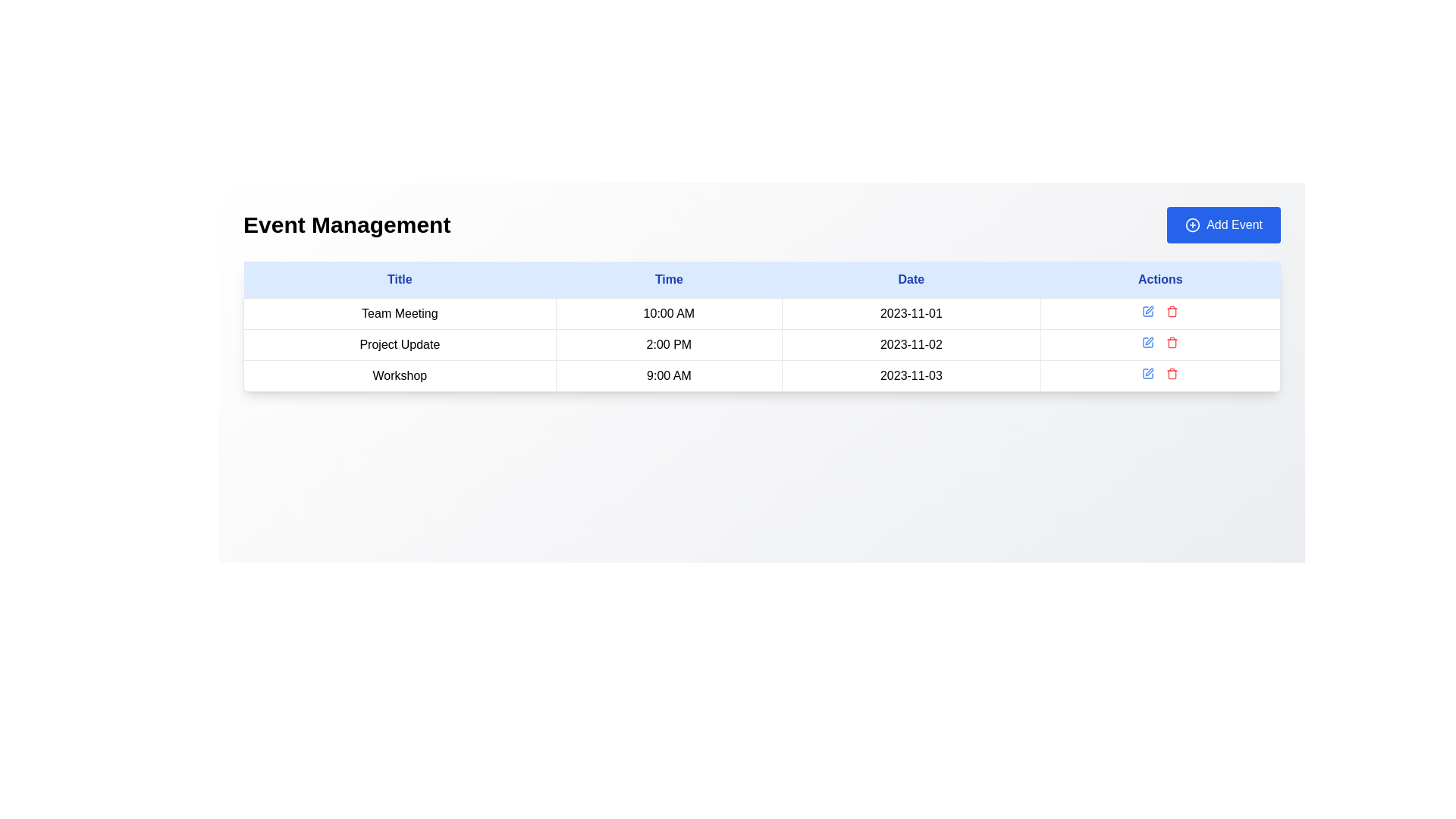  I want to click on the 'Add New Event' button located at the top-right corner of the 'Event Management' header, so click(1224, 225).